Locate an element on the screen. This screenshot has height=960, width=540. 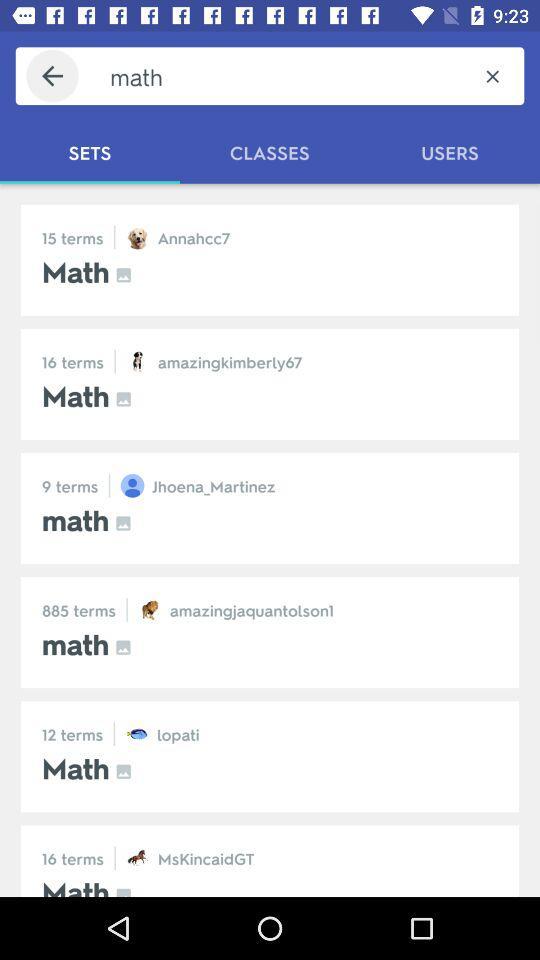
the second option from the top is located at coordinates (270, 383).